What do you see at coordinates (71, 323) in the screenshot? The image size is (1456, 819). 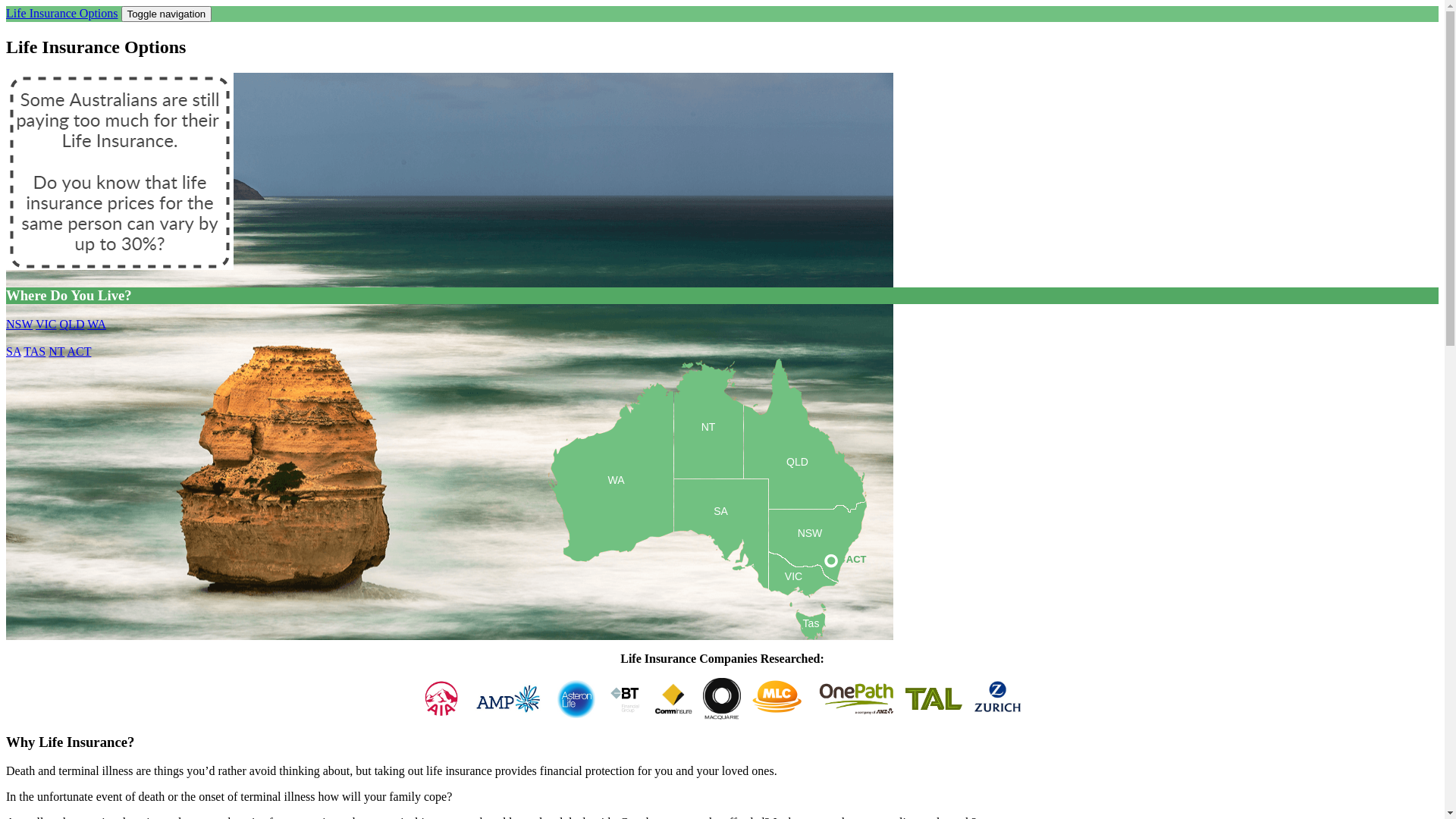 I see `'QLD'` at bounding box center [71, 323].